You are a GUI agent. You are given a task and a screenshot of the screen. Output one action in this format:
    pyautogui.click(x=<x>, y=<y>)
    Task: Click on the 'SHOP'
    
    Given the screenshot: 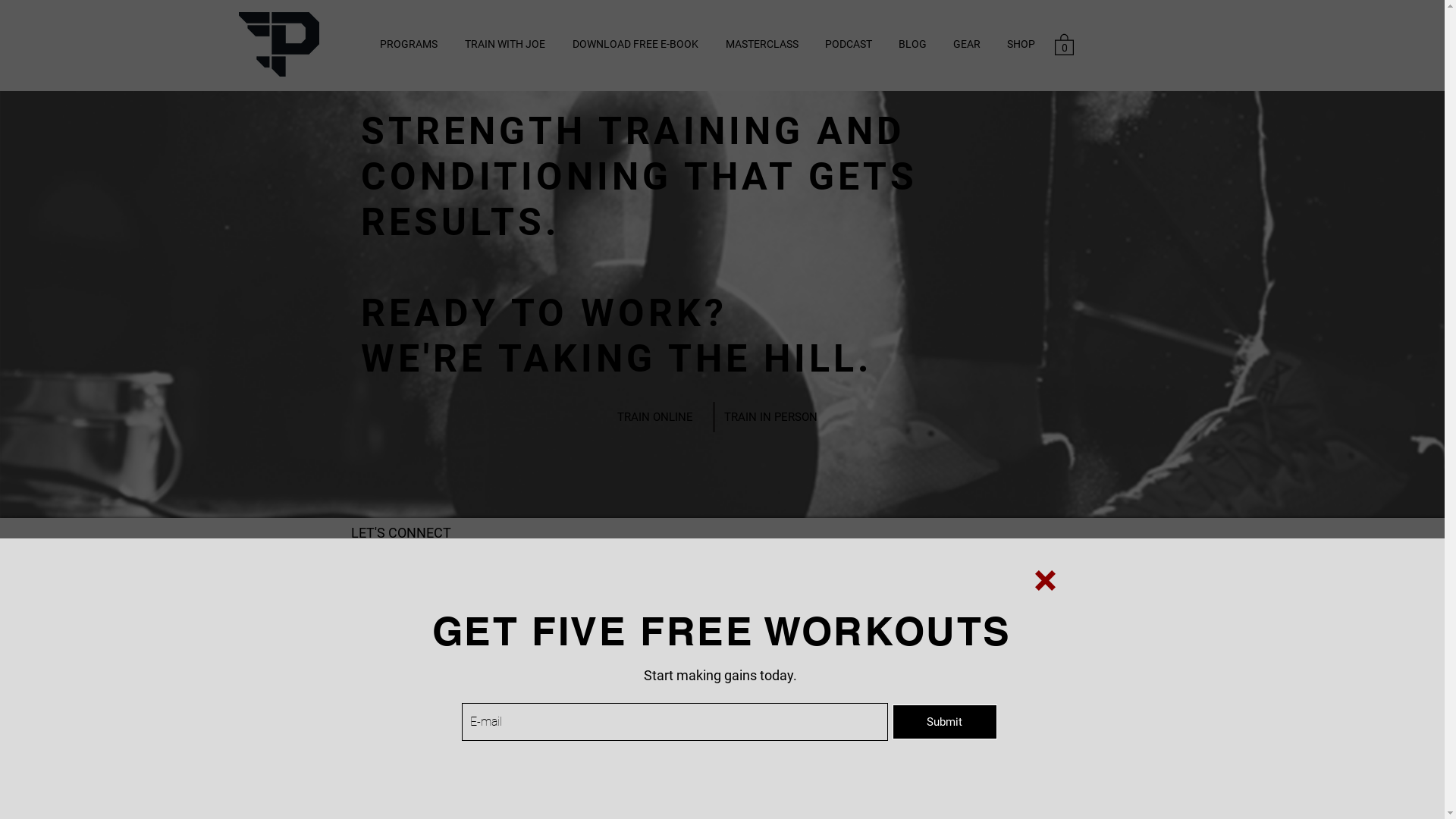 What is the action you would take?
    pyautogui.click(x=1020, y=43)
    